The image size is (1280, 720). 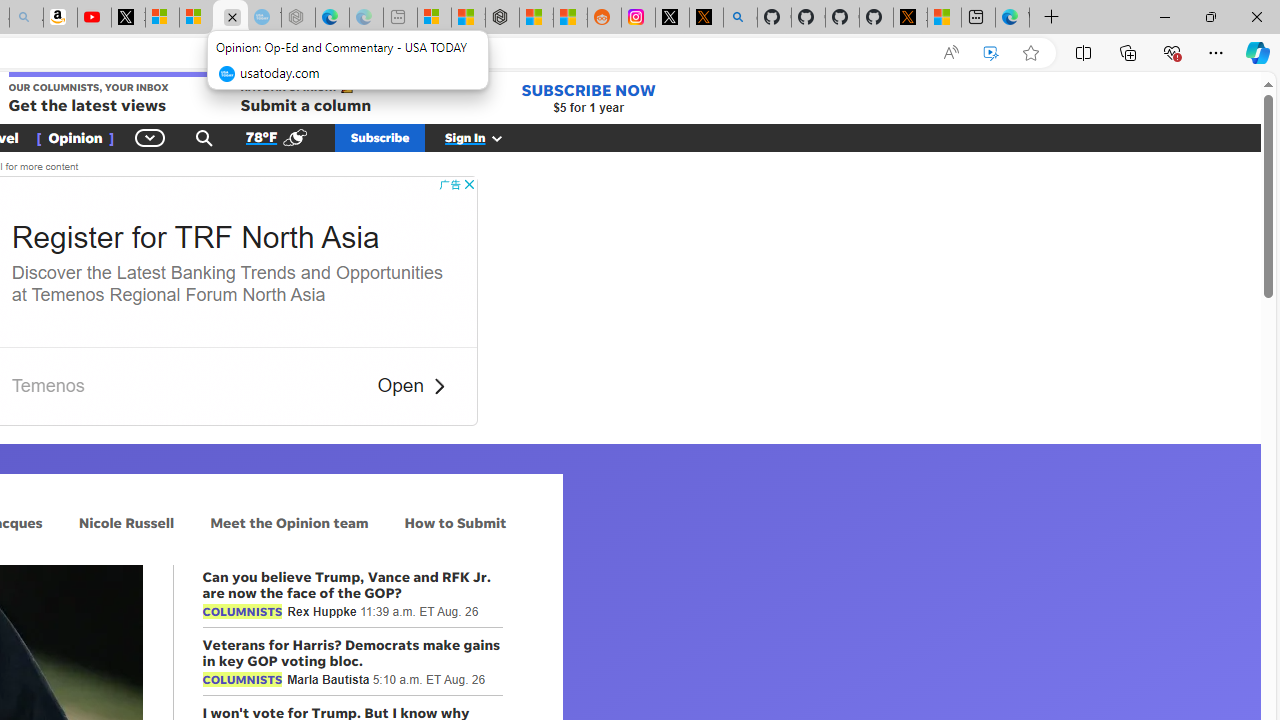 What do you see at coordinates (672, 17) in the screenshot?
I see `'Log in to X / X'` at bounding box center [672, 17].